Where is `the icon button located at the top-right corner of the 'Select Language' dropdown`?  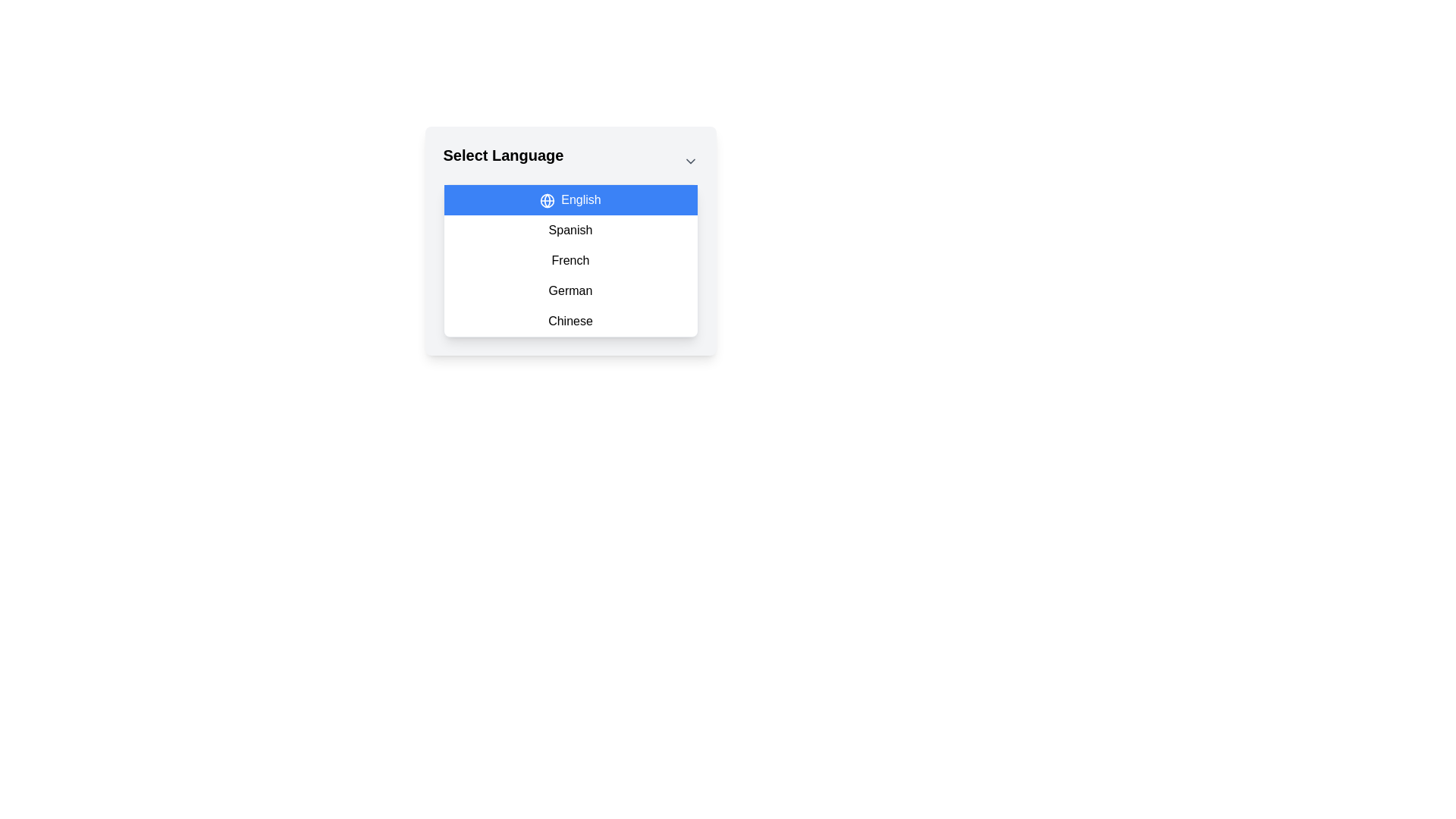 the icon button located at the top-right corner of the 'Select Language' dropdown is located at coordinates (689, 161).